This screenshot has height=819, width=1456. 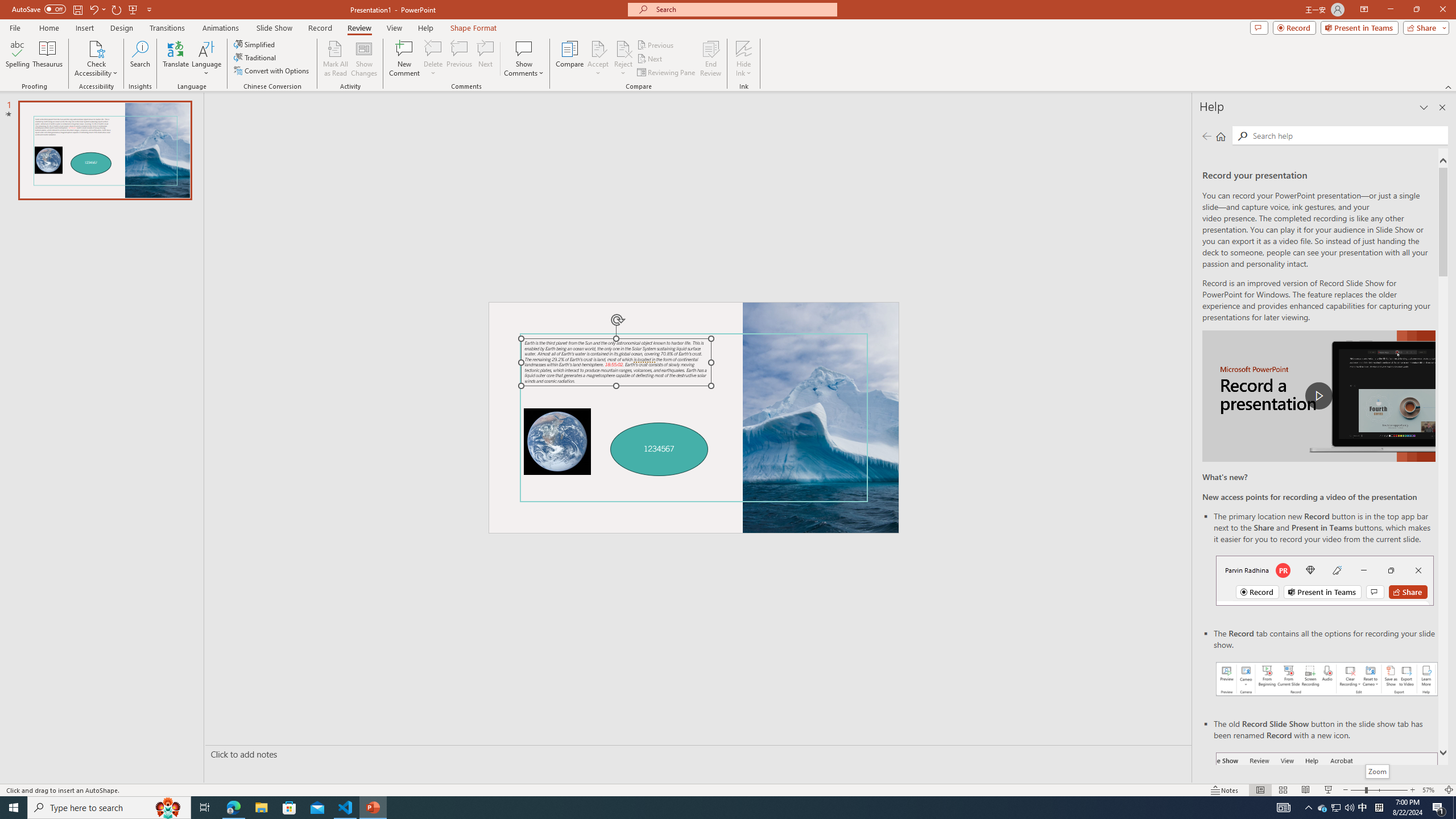 What do you see at coordinates (656, 44) in the screenshot?
I see `'Previous'` at bounding box center [656, 44].